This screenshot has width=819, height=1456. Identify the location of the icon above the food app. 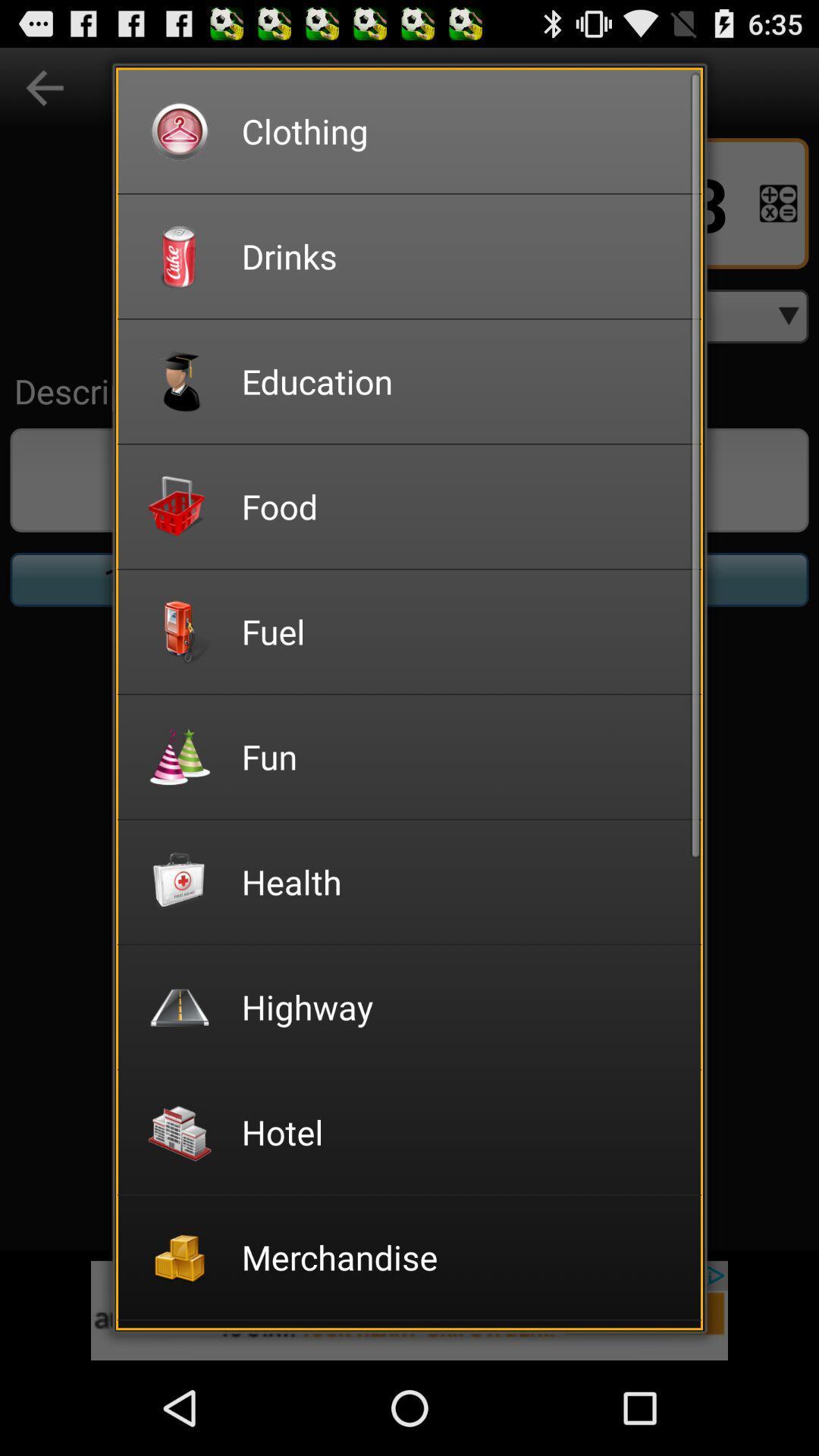
(460, 381).